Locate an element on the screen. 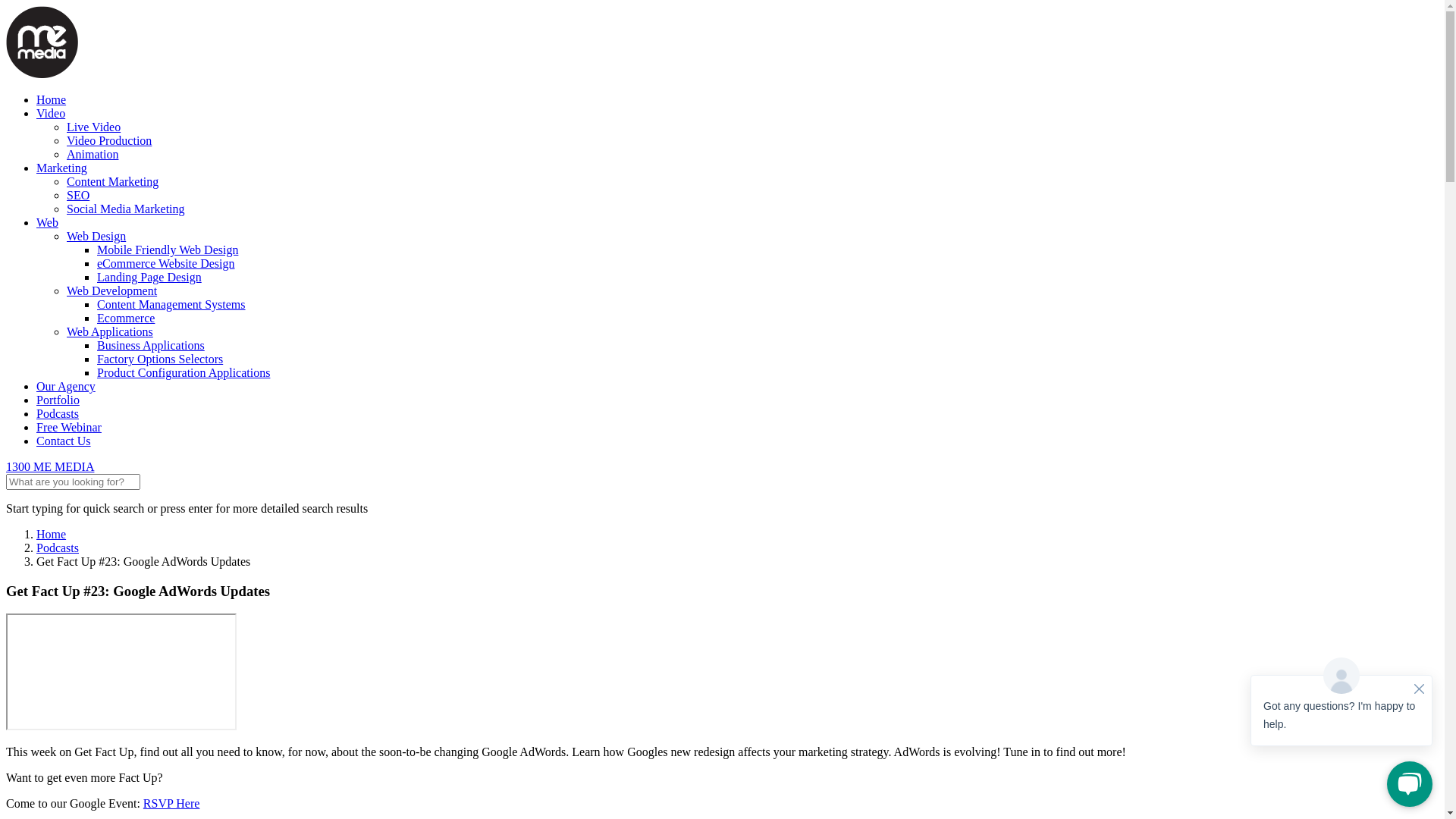  'Marketing' is located at coordinates (36, 168).